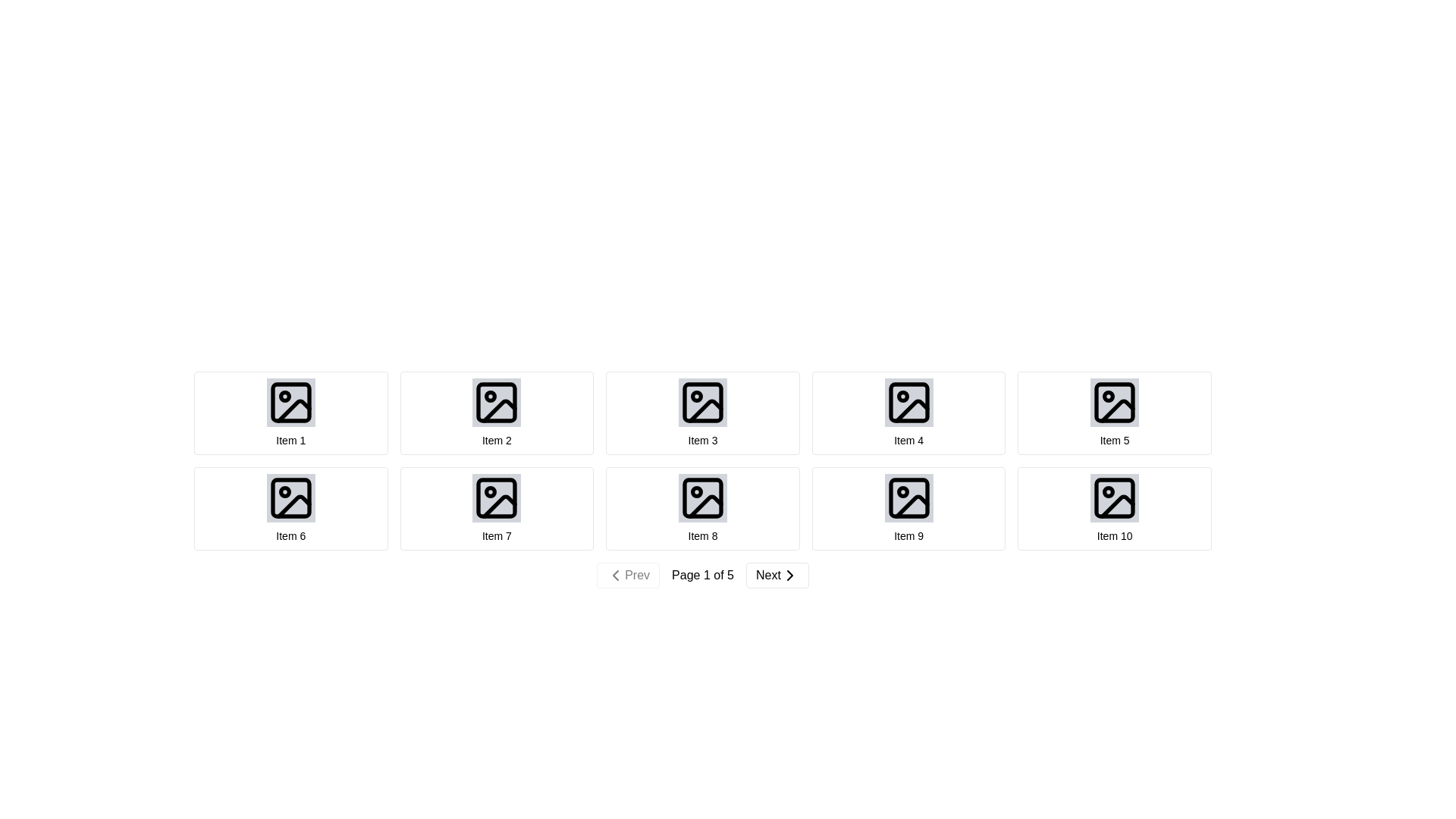 The width and height of the screenshot is (1456, 819). What do you see at coordinates (701, 576) in the screenshot?
I see `the current page number text displayed in the pagination navigation component, located at the bottom center of the interface, between the 'Prev' and 'Next' buttons` at bounding box center [701, 576].